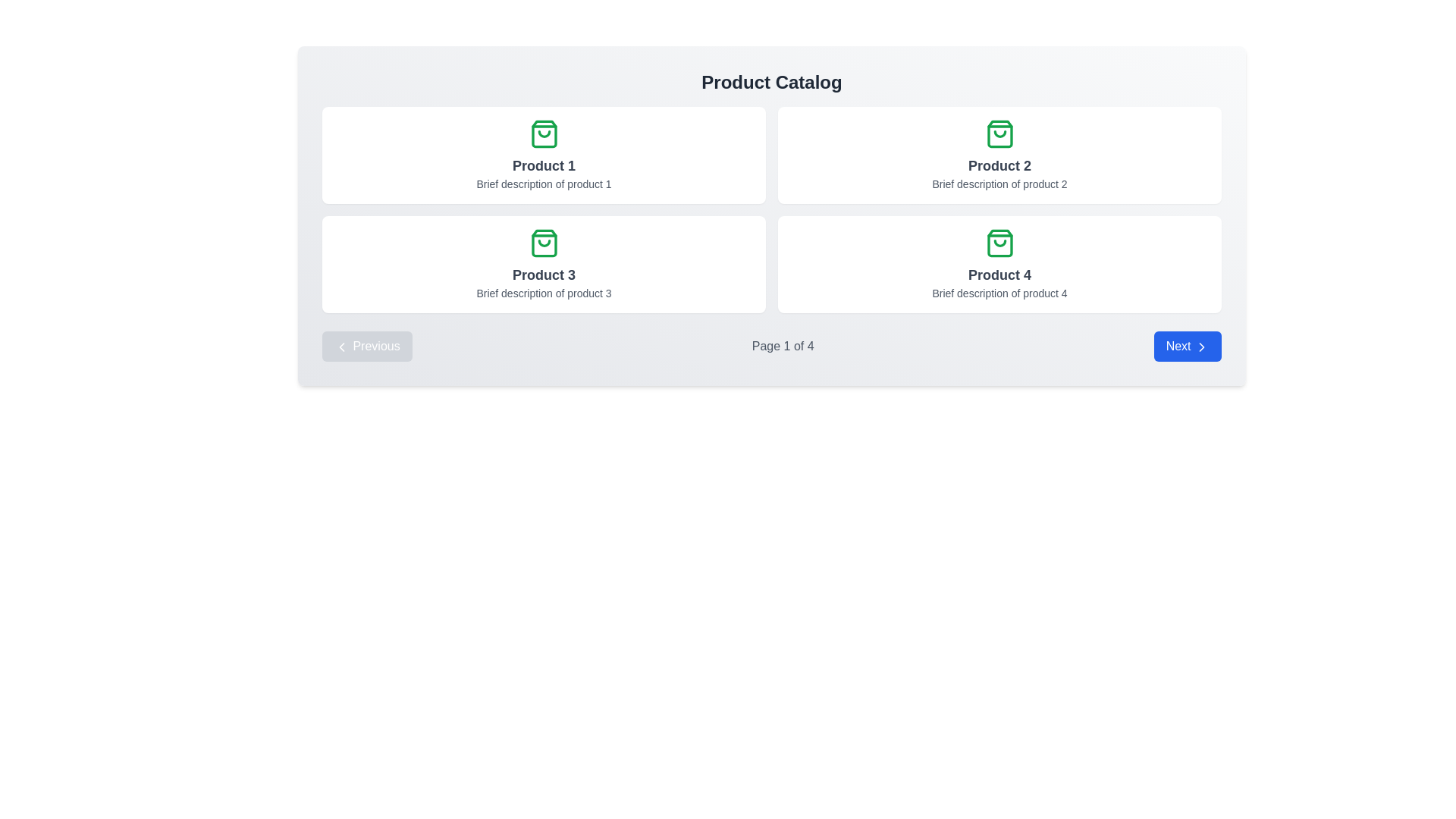  What do you see at coordinates (999, 133) in the screenshot?
I see `the green shopping bag icon with a smiling handle design located at the top center of the card titled 'Product 2' in the product catalog interface` at bounding box center [999, 133].